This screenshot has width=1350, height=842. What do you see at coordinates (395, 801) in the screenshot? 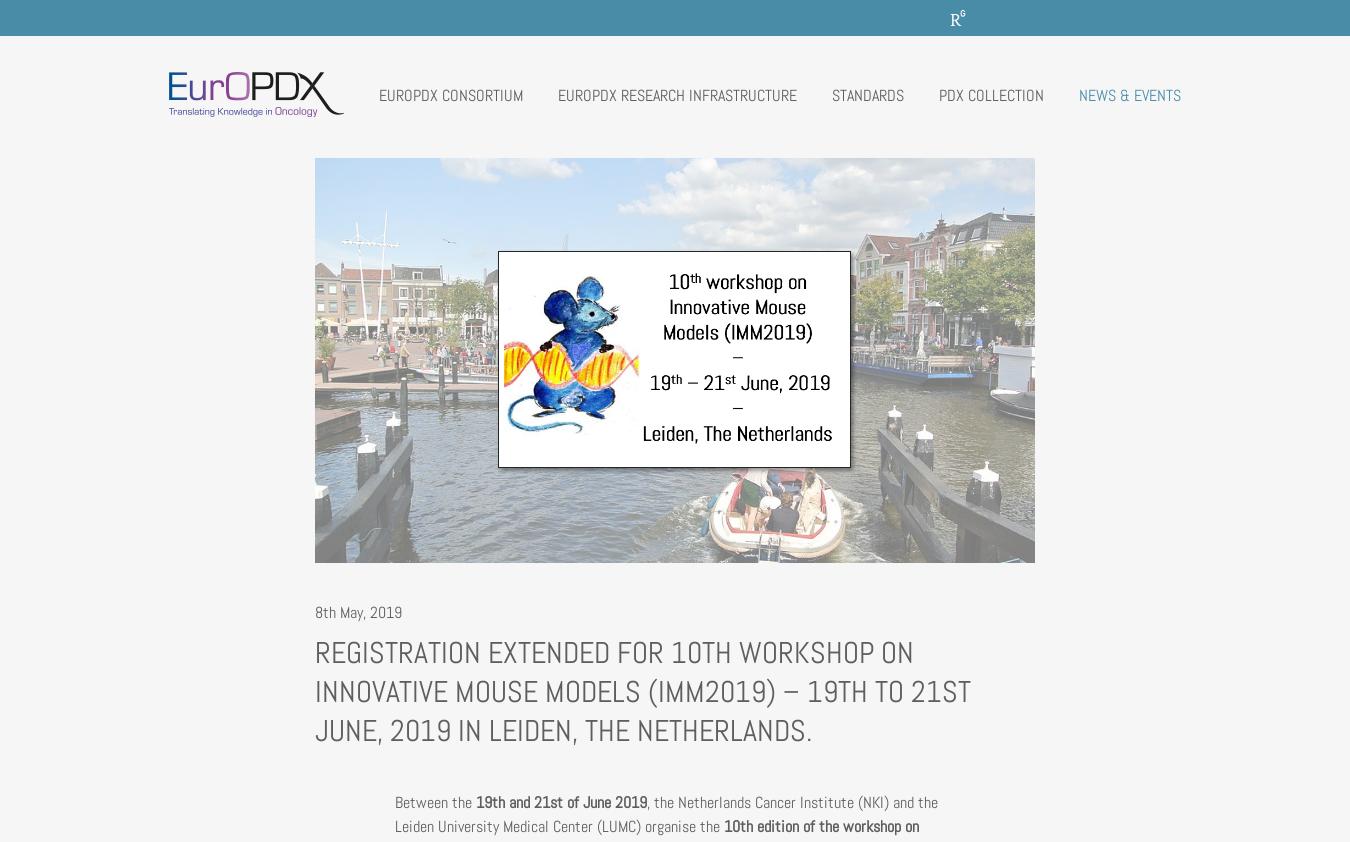
I see `'Between the'` at bounding box center [395, 801].